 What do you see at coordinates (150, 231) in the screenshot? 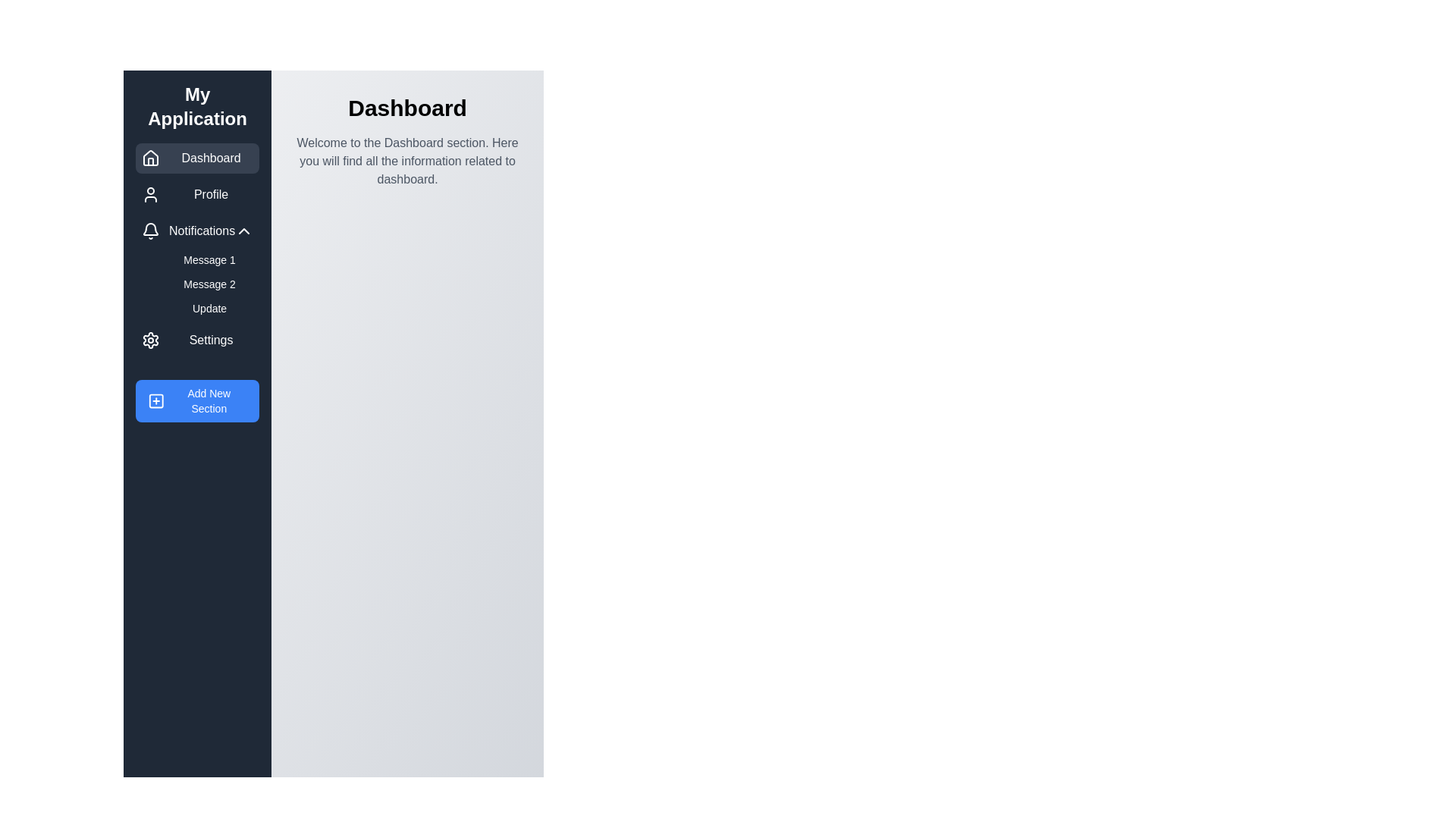
I see `the bell-shaped icon located in the left-hand vertical navigation bar` at bounding box center [150, 231].